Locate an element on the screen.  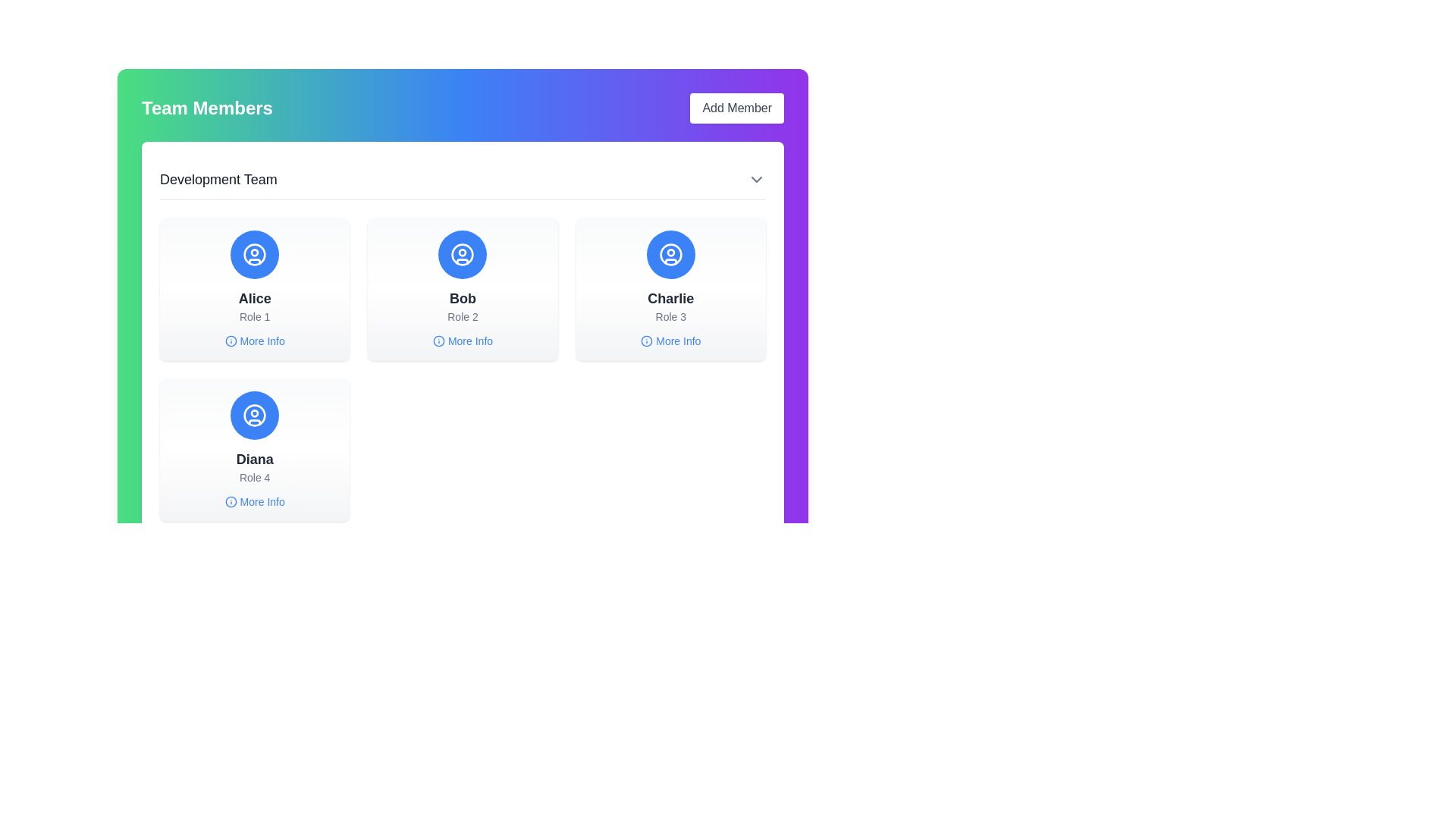
the 'More Info' button-like link styled label at the bottom center of the card for user 'Alice' to receive a tooltip or visual feedback is located at coordinates (255, 341).